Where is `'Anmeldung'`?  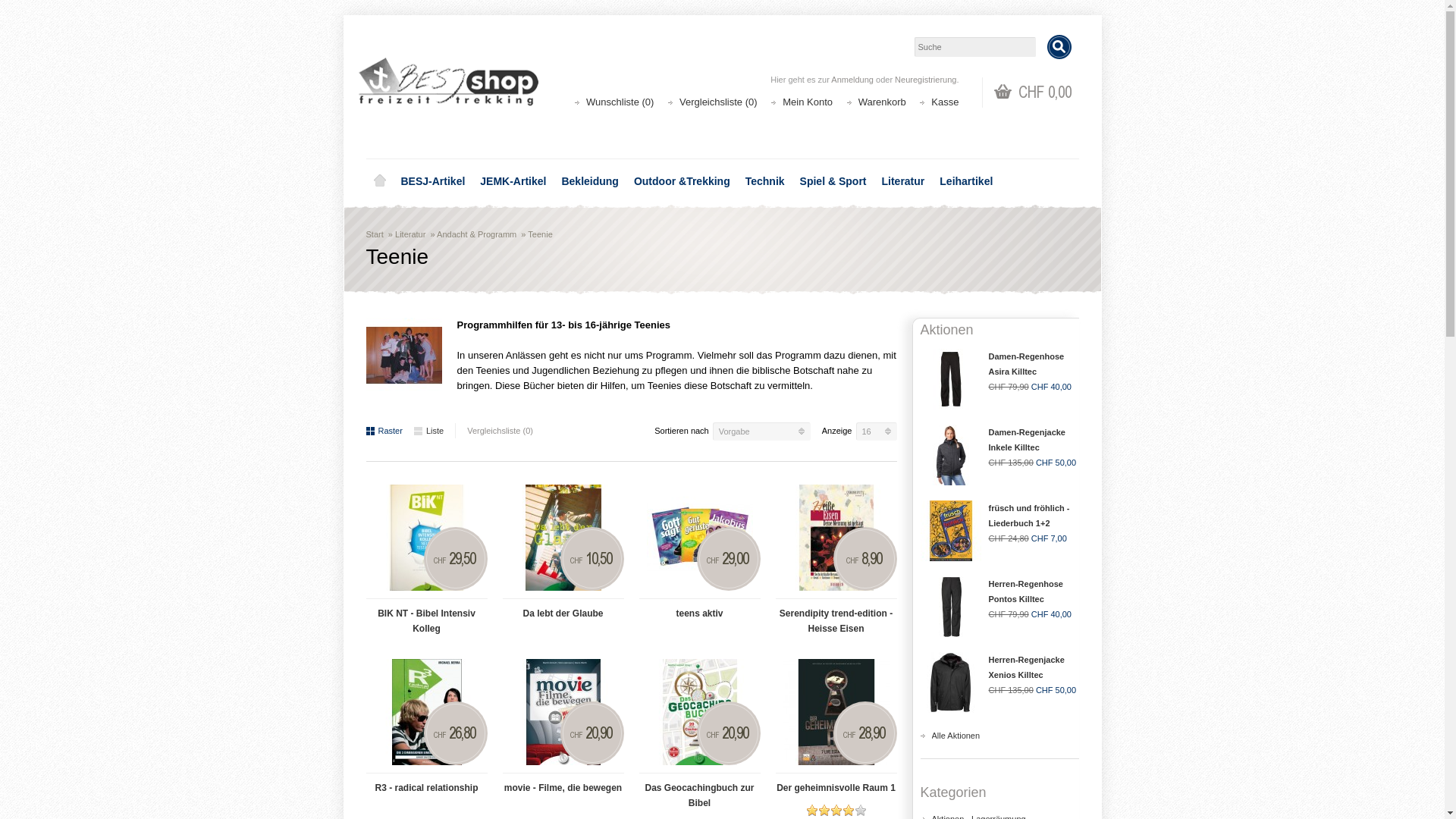 'Anmeldung' is located at coordinates (830, 79).